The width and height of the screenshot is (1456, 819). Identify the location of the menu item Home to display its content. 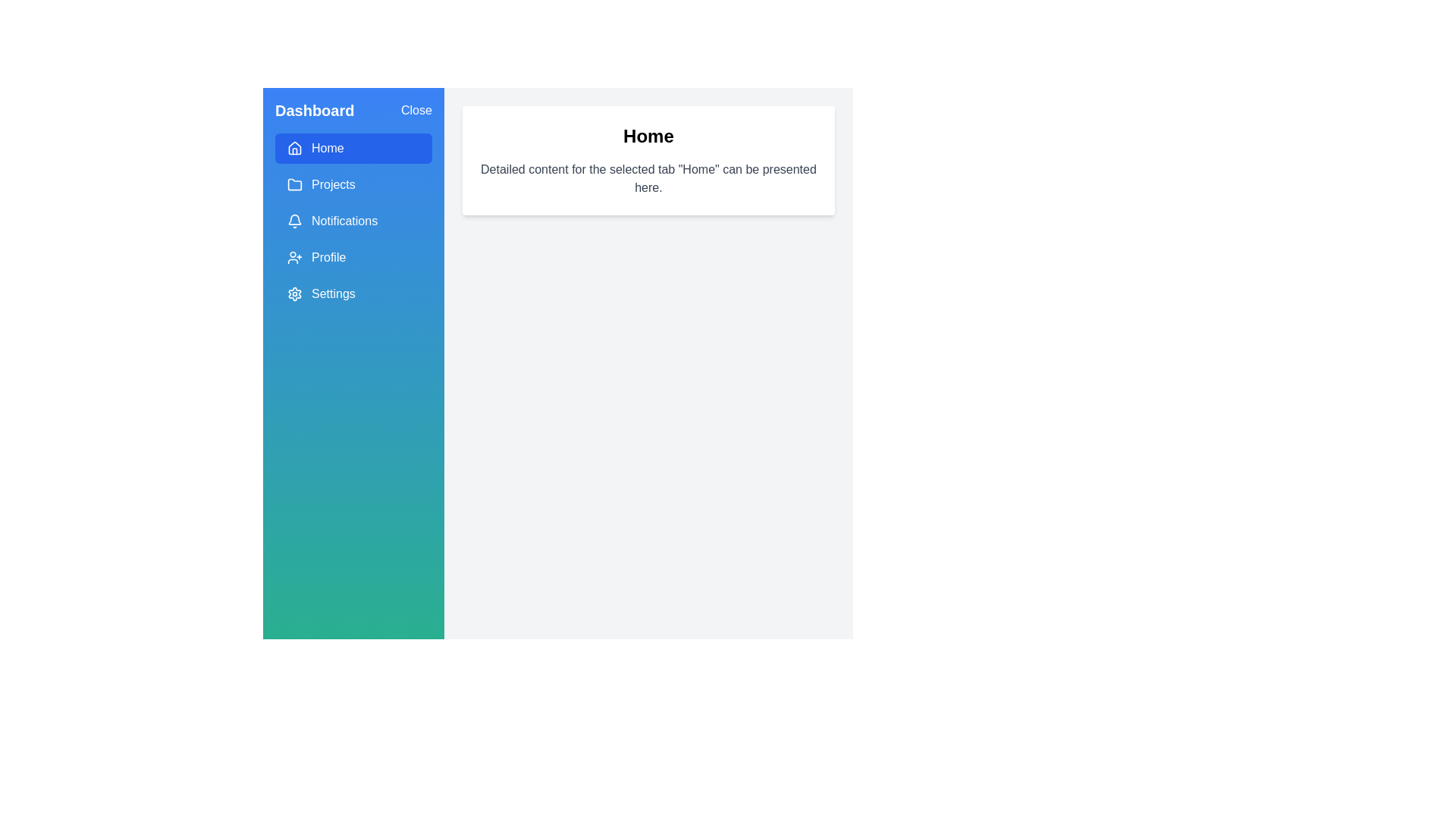
(353, 149).